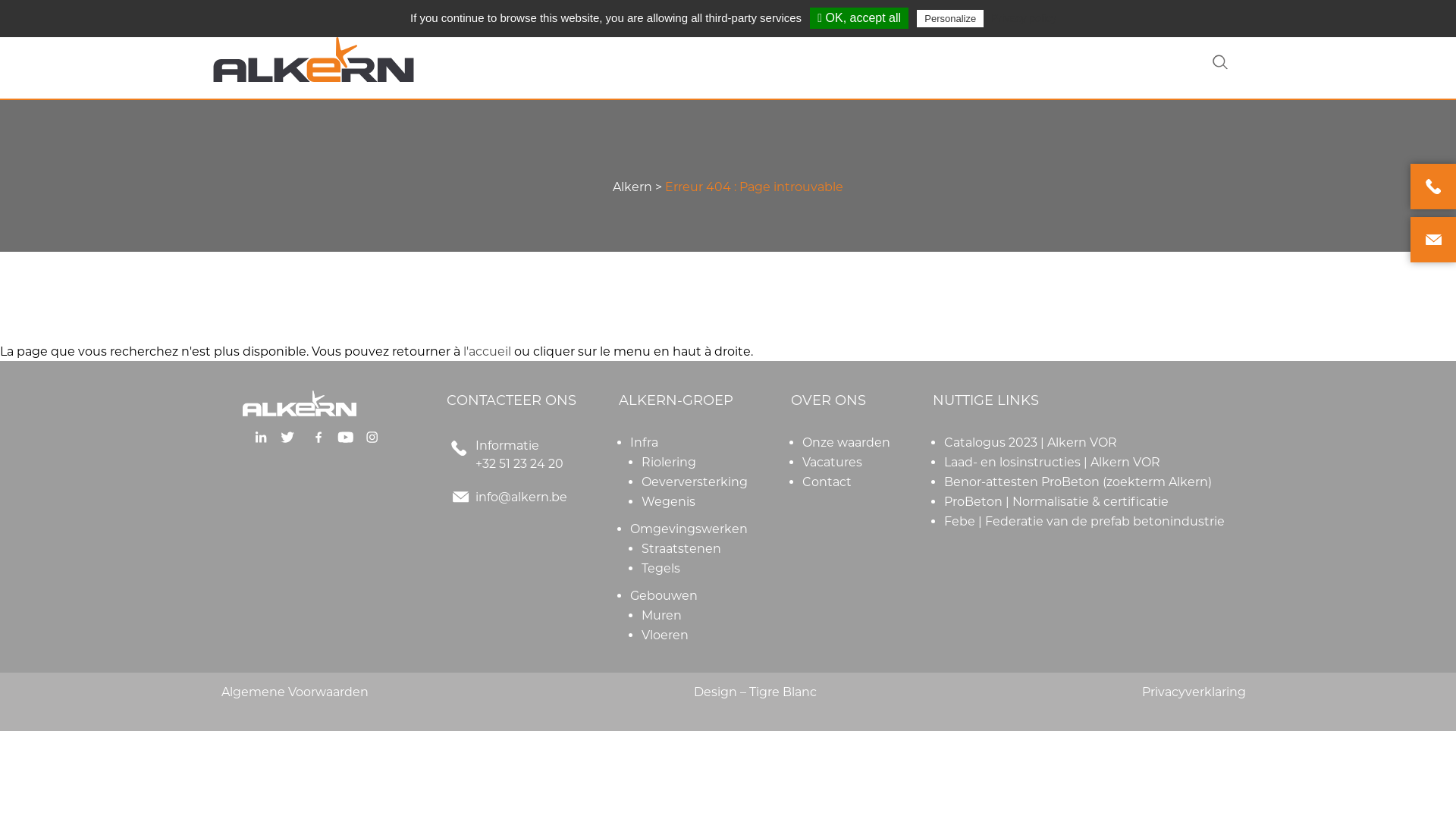 This screenshot has width=1456, height=819. Describe the element at coordinates (916, 18) in the screenshot. I see `'Personalize'` at that location.